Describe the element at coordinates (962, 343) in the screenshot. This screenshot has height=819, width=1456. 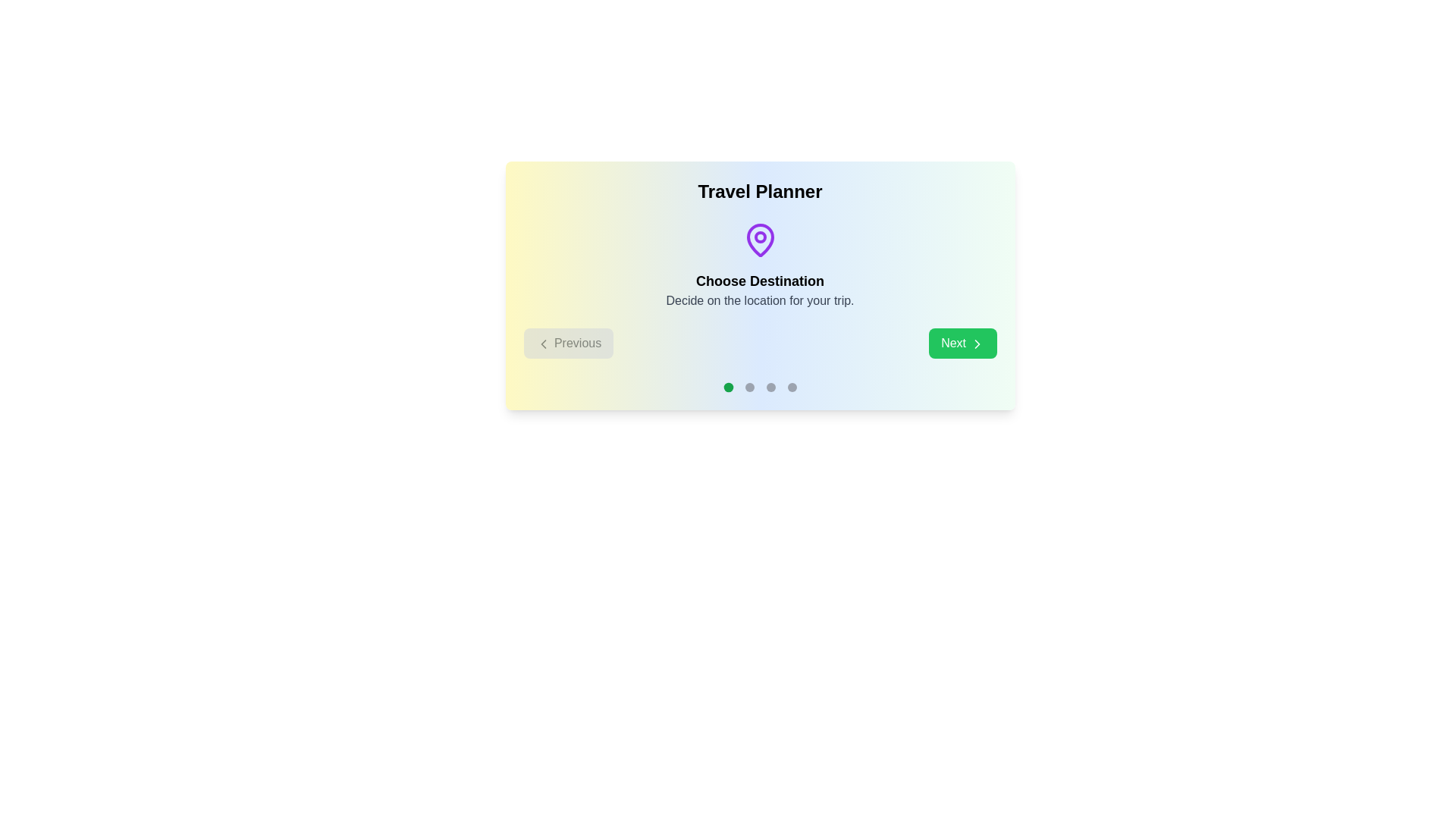
I see `the 'Next' button, which has white text on a vibrant green background and features a rightward chevron icon` at that location.